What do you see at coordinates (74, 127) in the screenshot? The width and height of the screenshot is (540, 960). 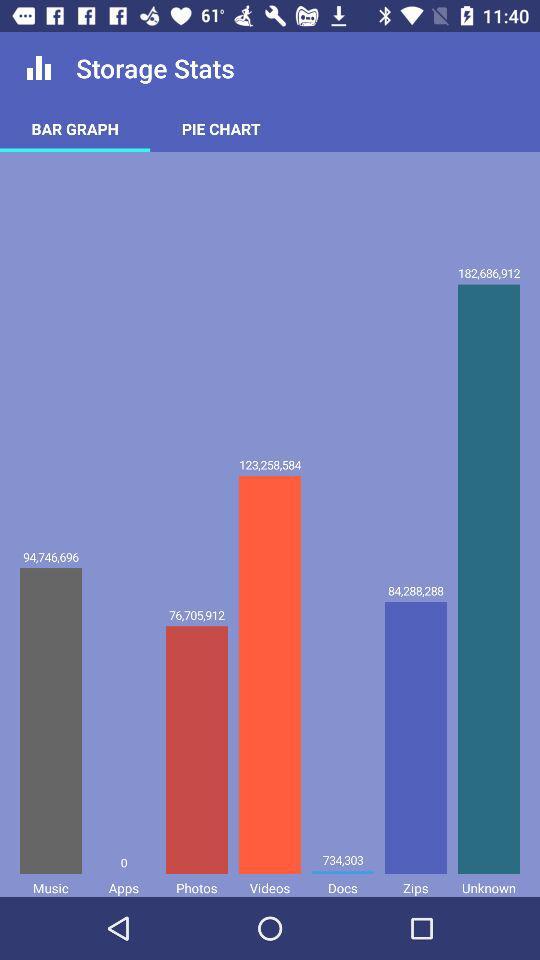 I see `bar graph item` at bounding box center [74, 127].